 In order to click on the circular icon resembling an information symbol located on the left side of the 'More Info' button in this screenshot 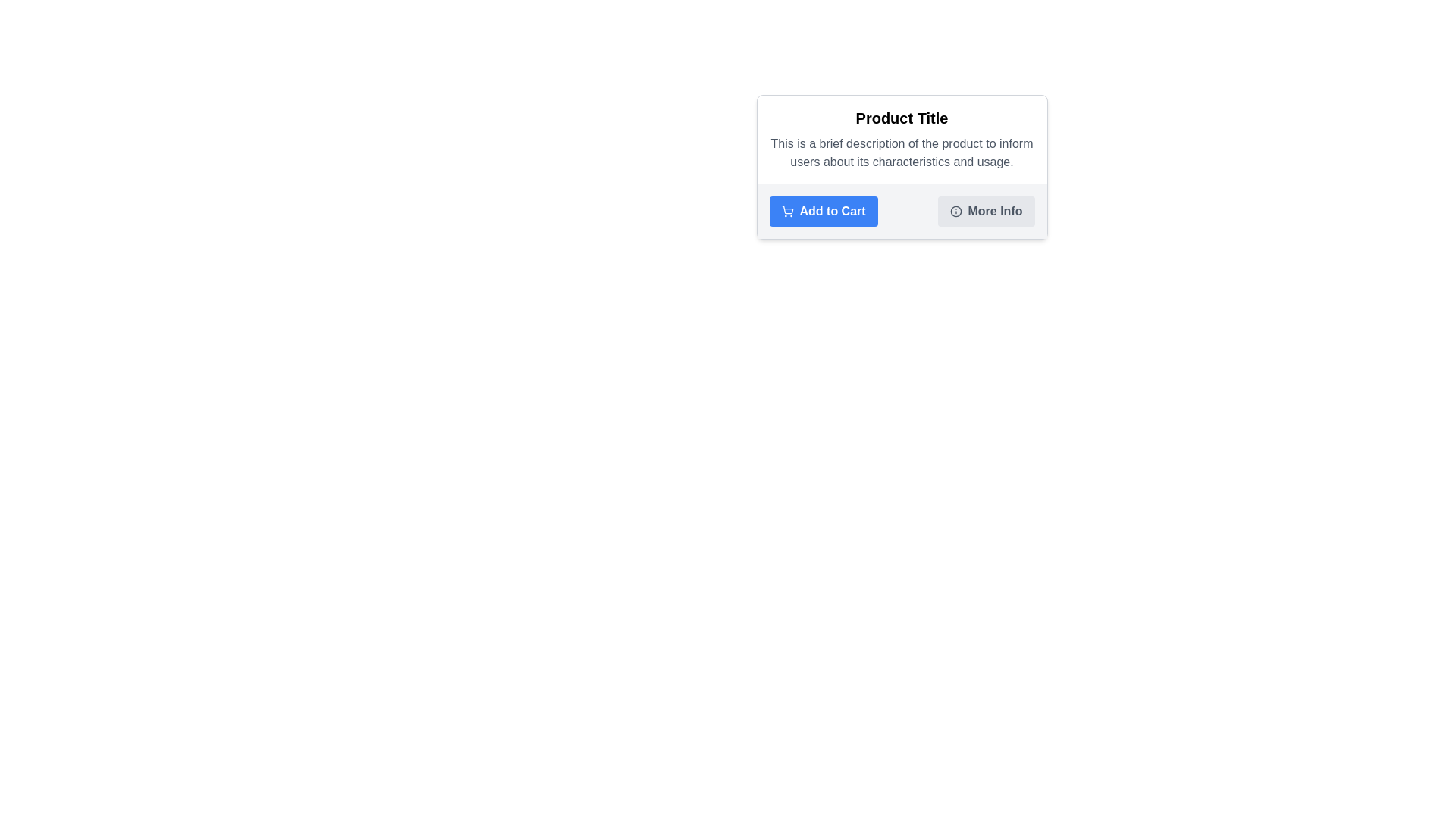, I will do `click(955, 211)`.